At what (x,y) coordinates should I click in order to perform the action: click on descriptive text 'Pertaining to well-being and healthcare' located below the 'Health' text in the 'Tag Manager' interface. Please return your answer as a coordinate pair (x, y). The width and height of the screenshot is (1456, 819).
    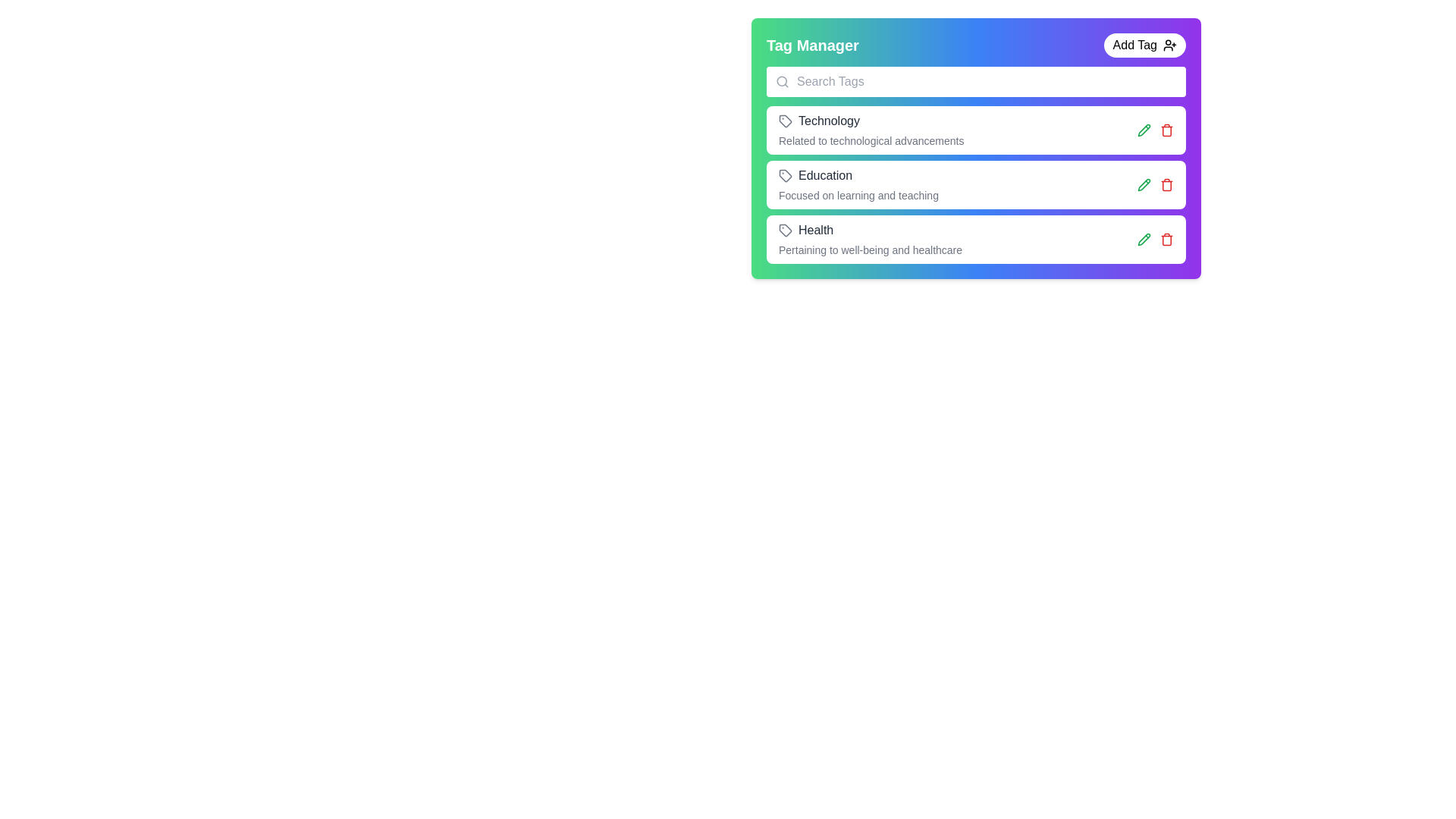
    Looking at the image, I should click on (870, 249).